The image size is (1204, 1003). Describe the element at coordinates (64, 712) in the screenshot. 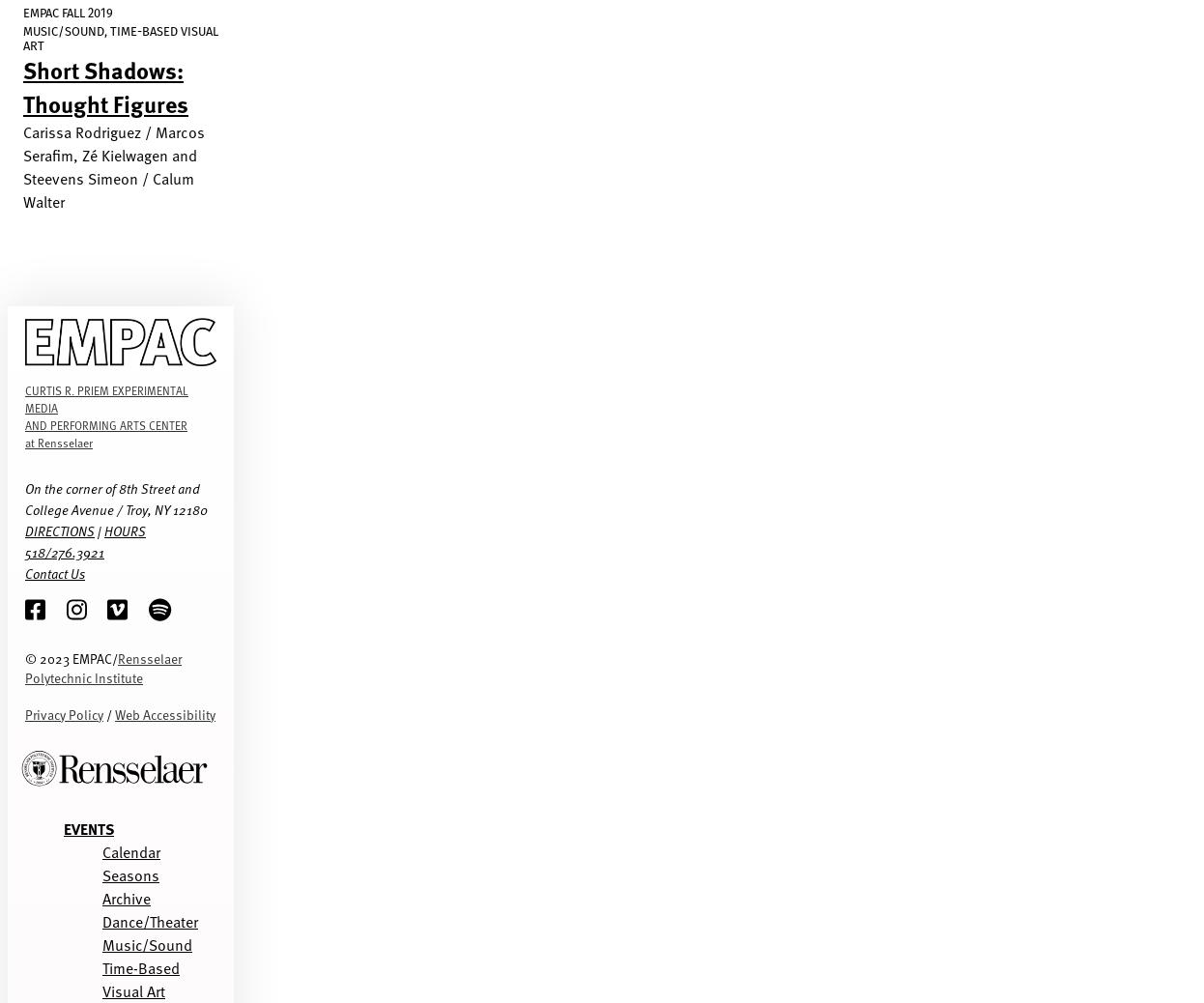

I see `'Privacy Policy'` at that location.